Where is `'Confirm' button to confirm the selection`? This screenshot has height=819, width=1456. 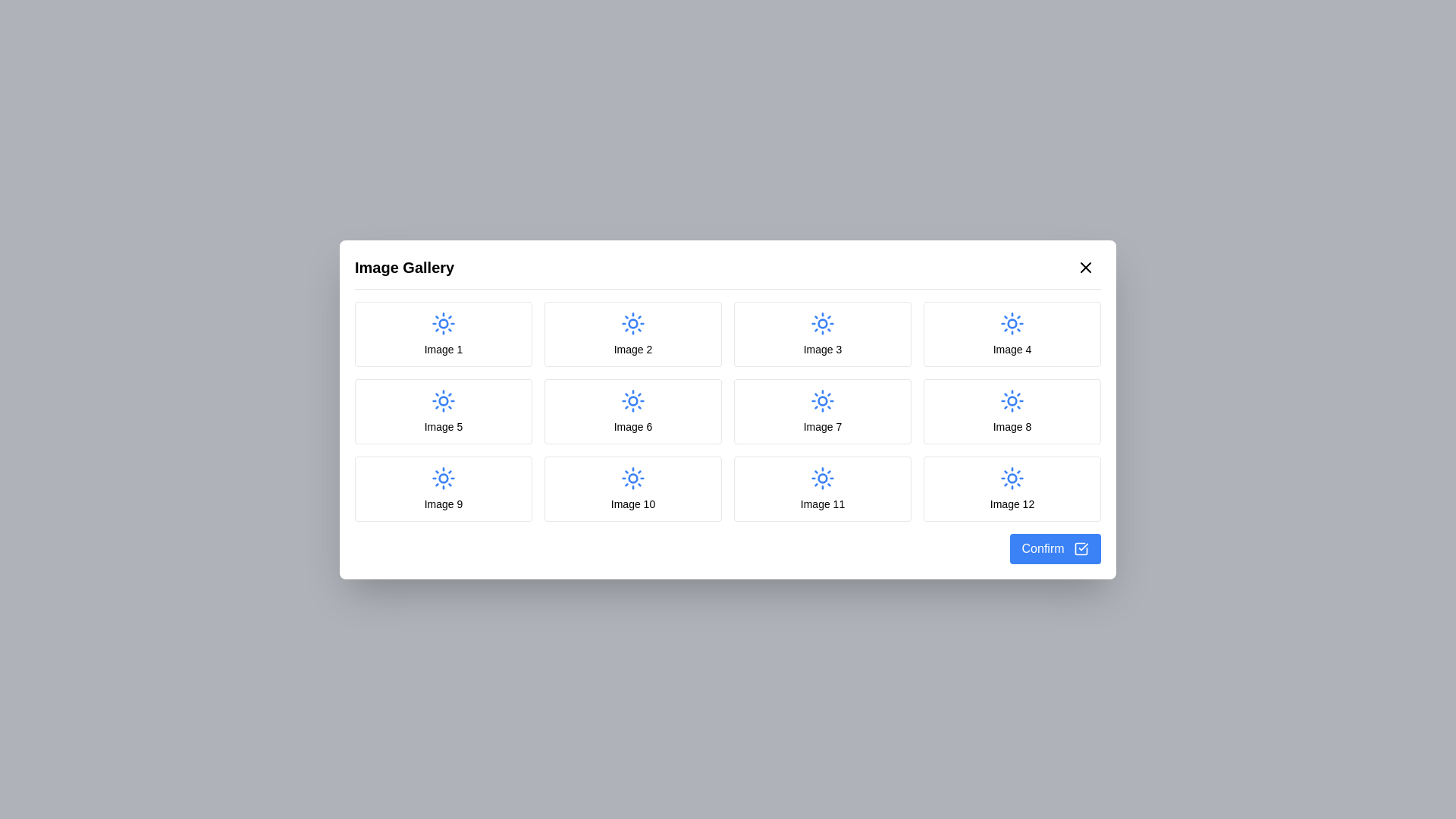 'Confirm' button to confirm the selection is located at coordinates (1054, 548).